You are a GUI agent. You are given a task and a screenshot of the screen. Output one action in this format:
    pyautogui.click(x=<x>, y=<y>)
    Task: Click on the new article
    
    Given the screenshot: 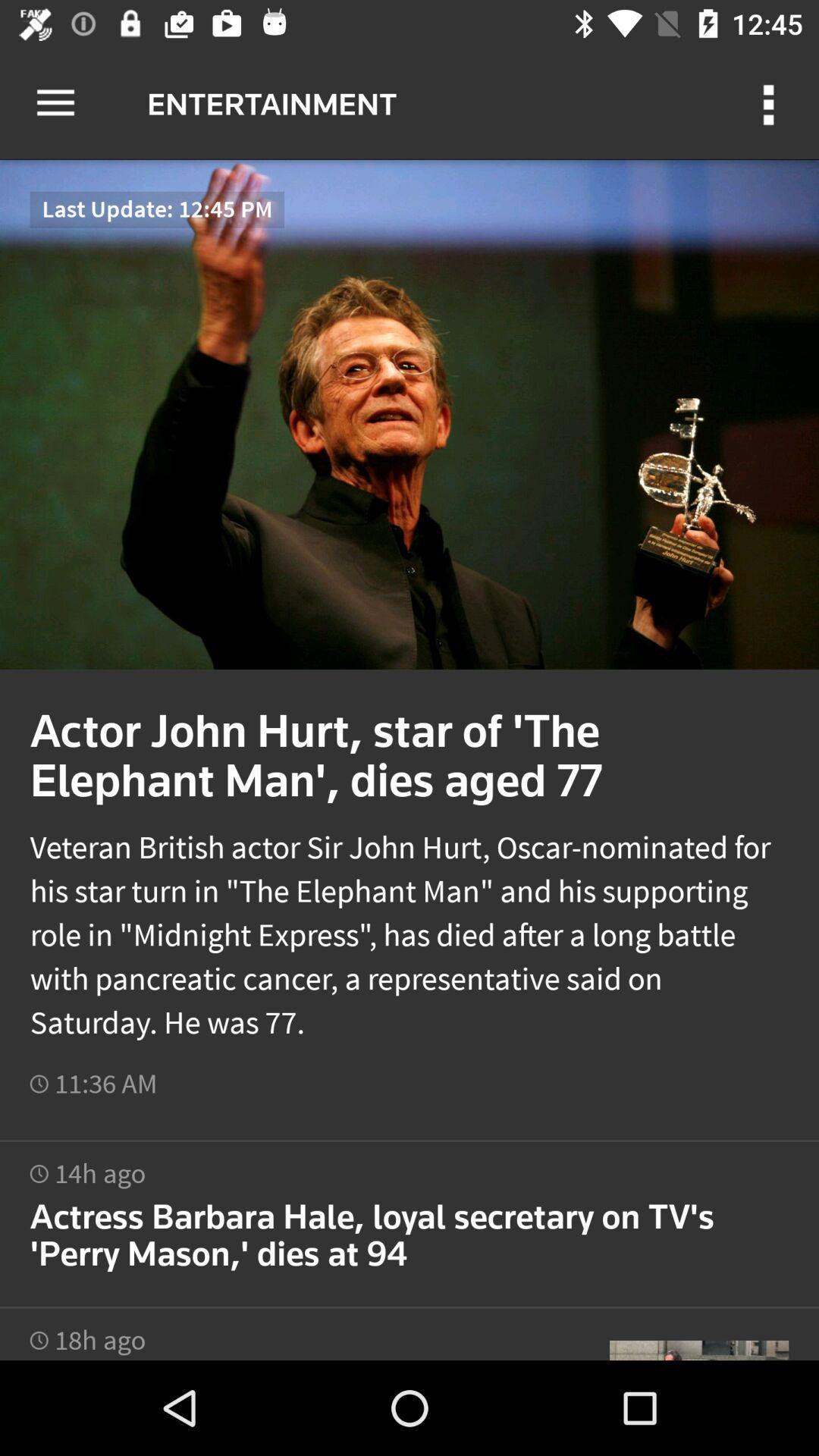 What is the action you would take?
    pyautogui.click(x=409, y=1216)
    